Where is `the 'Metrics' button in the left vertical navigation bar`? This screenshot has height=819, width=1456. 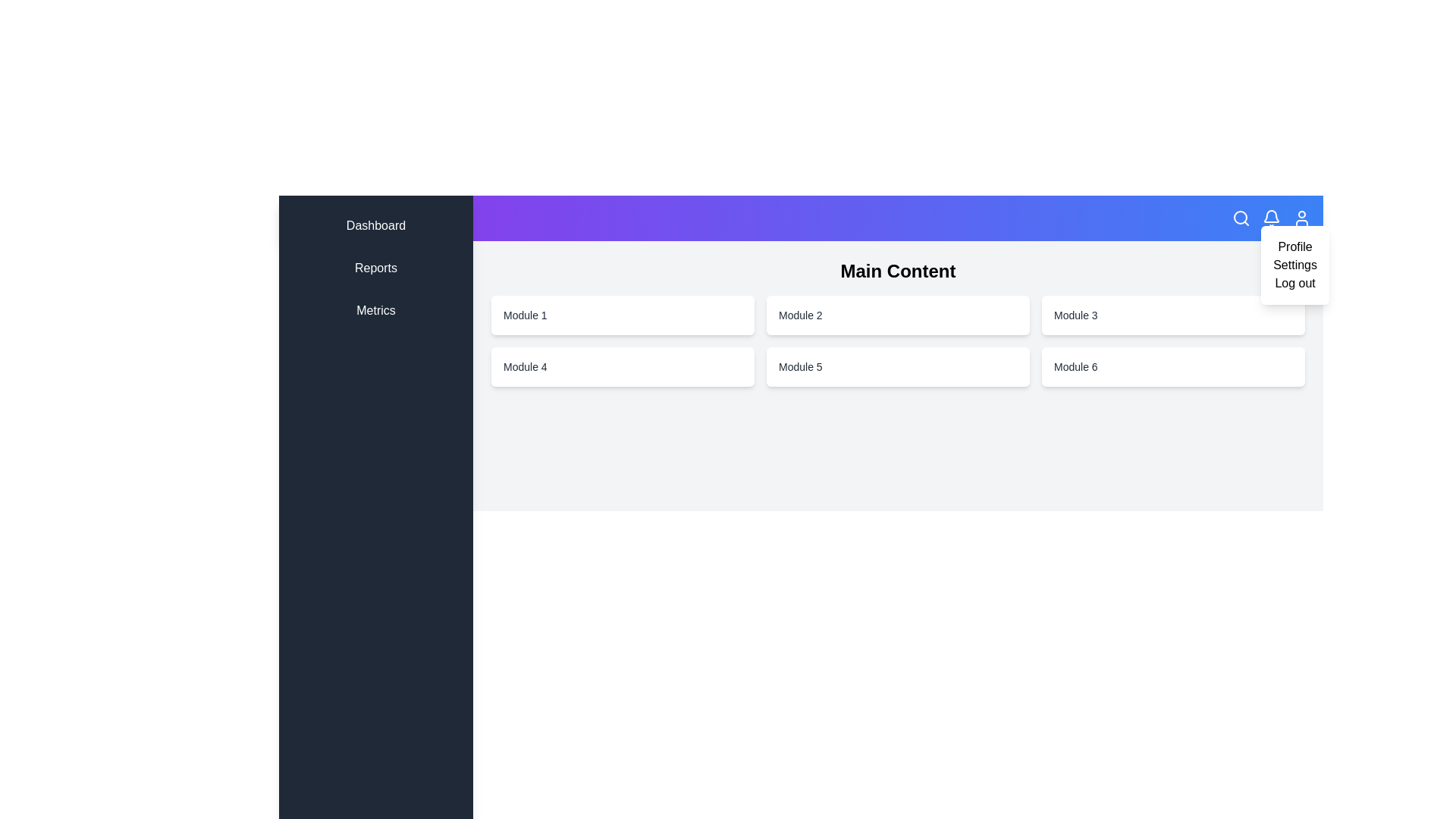 the 'Metrics' button in the left vertical navigation bar is located at coordinates (375, 309).